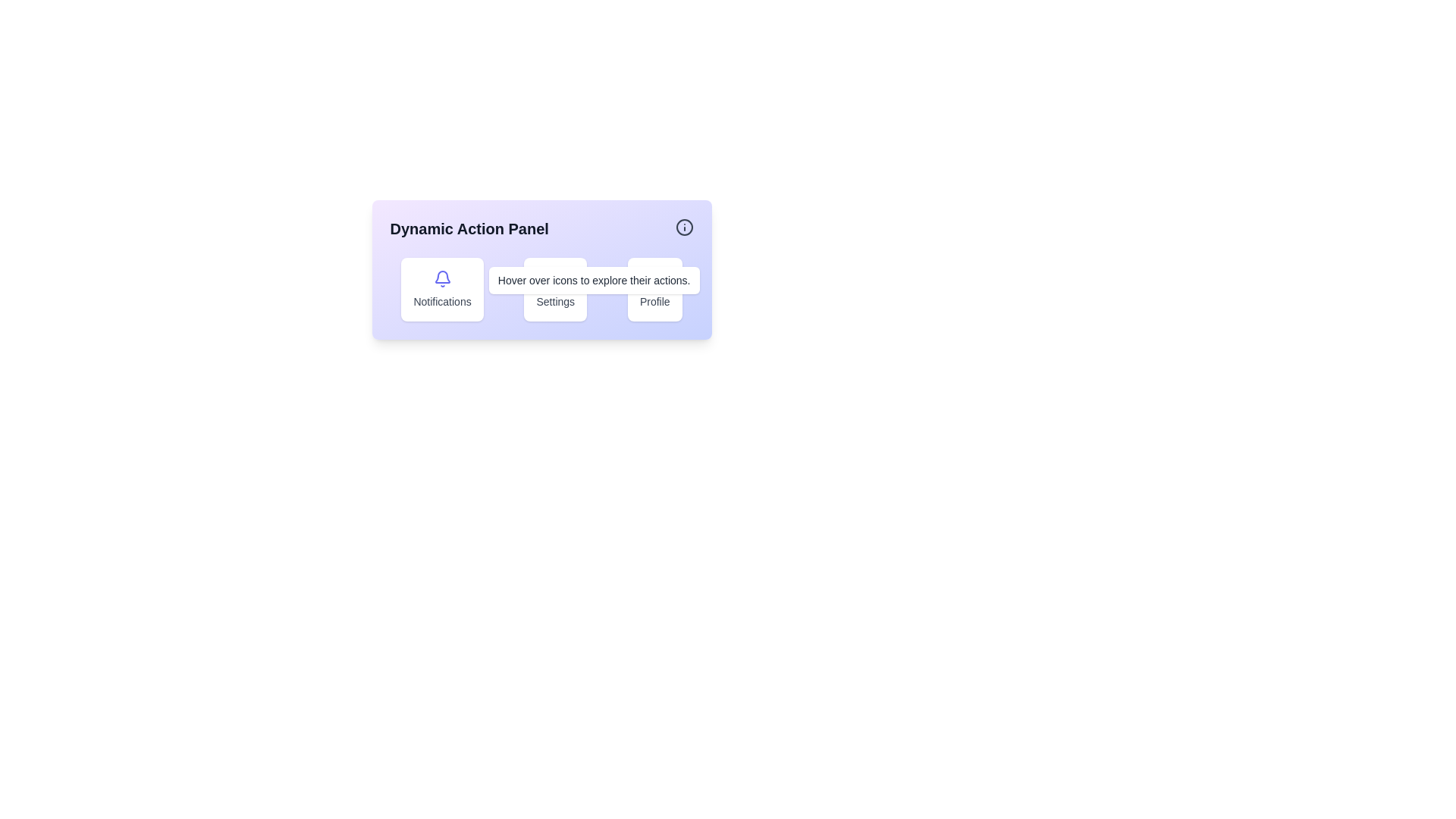  What do you see at coordinates (441, 278) in the screenshot?
I see `the Notifications icon located at the top of the Notifications card in the Dynamic Action Panel` at bounding box center [441, 278].